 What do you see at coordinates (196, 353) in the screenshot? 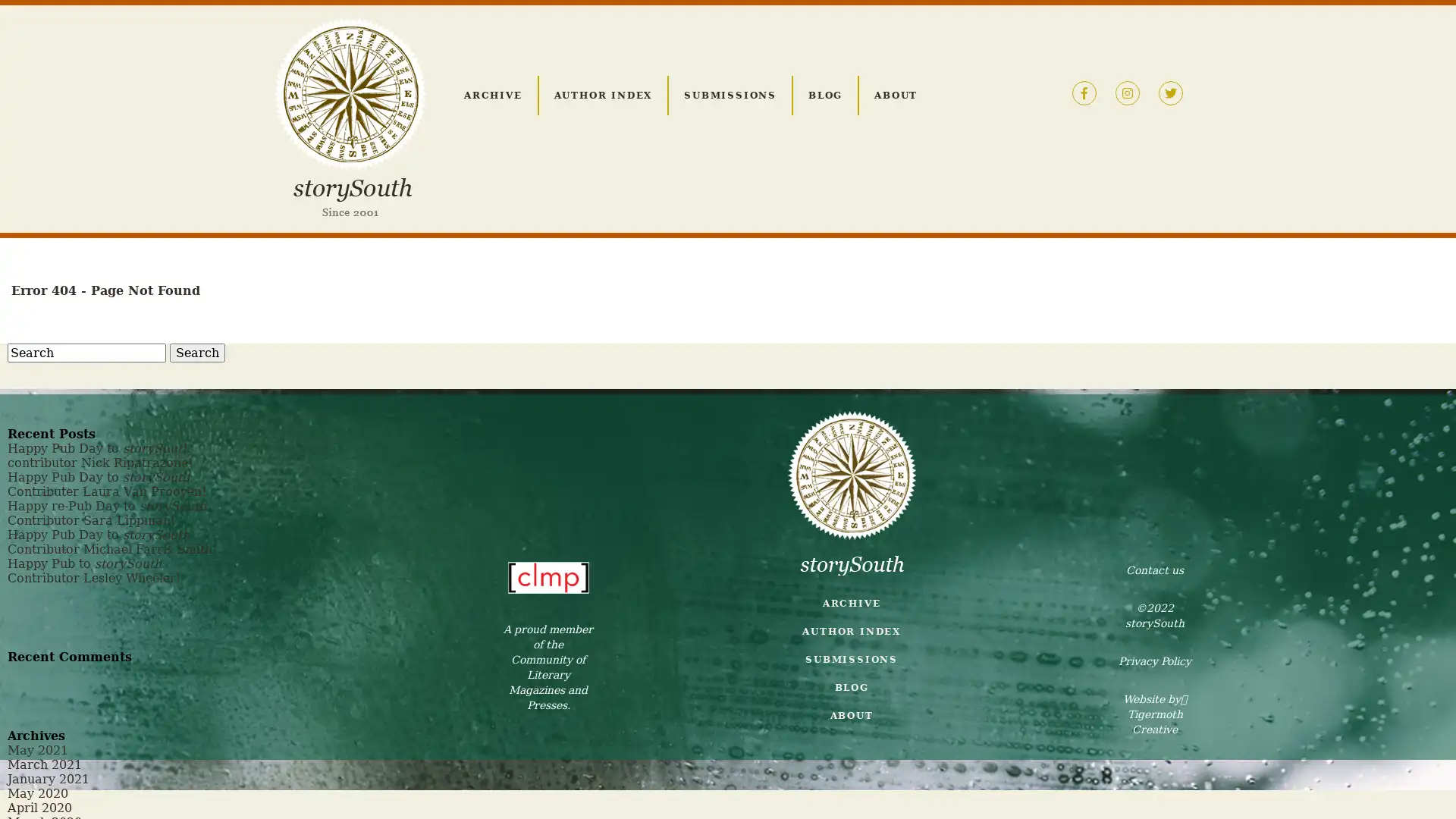
I see `Search` at bounding box center [196, 353].